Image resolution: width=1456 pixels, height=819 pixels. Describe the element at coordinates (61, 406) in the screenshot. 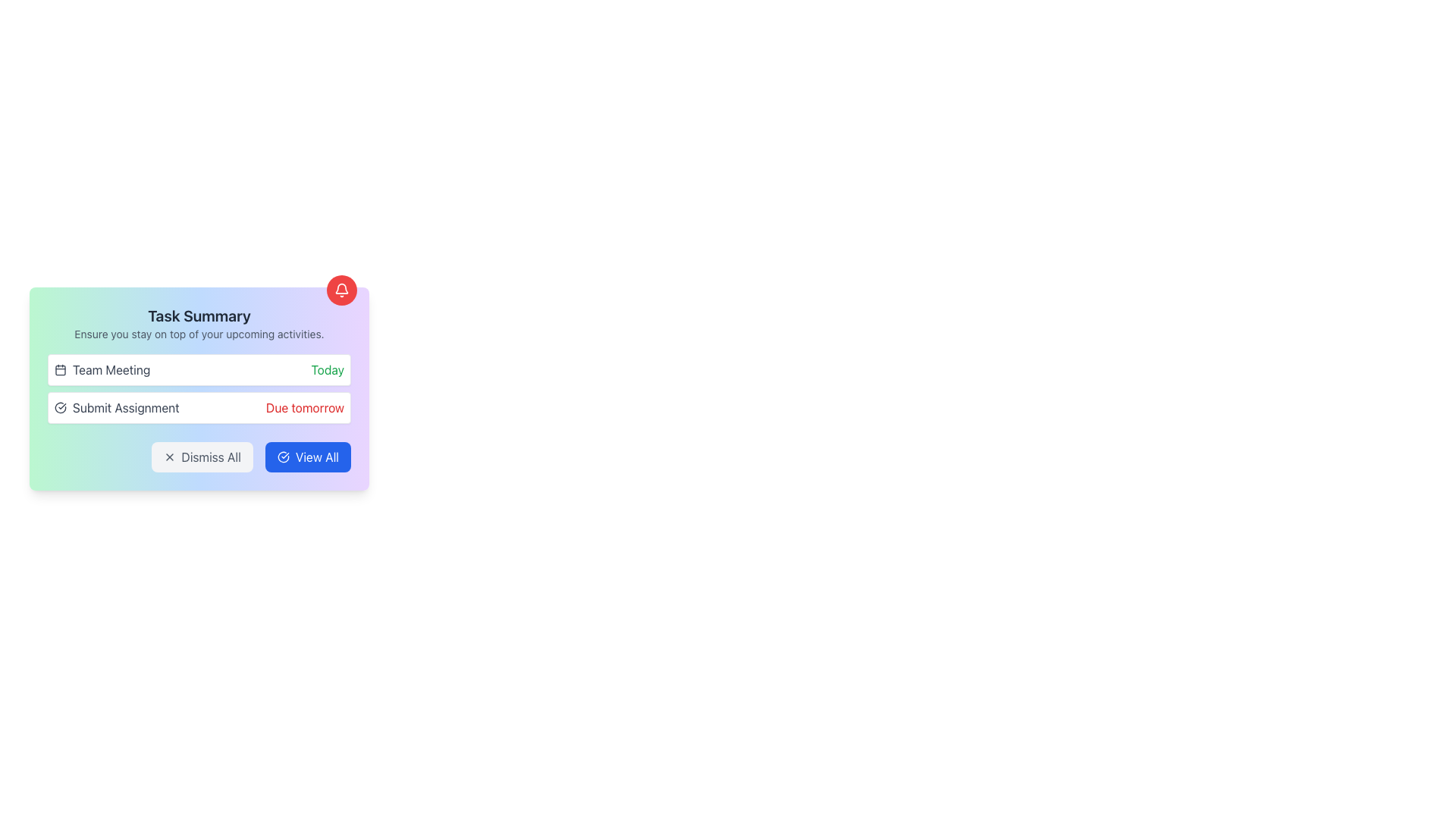

I see `the small circular check mark icon with a thin border located on the left side of the 'Submit Assignment' row, near the text label 'Submit Assignment'` at that location.